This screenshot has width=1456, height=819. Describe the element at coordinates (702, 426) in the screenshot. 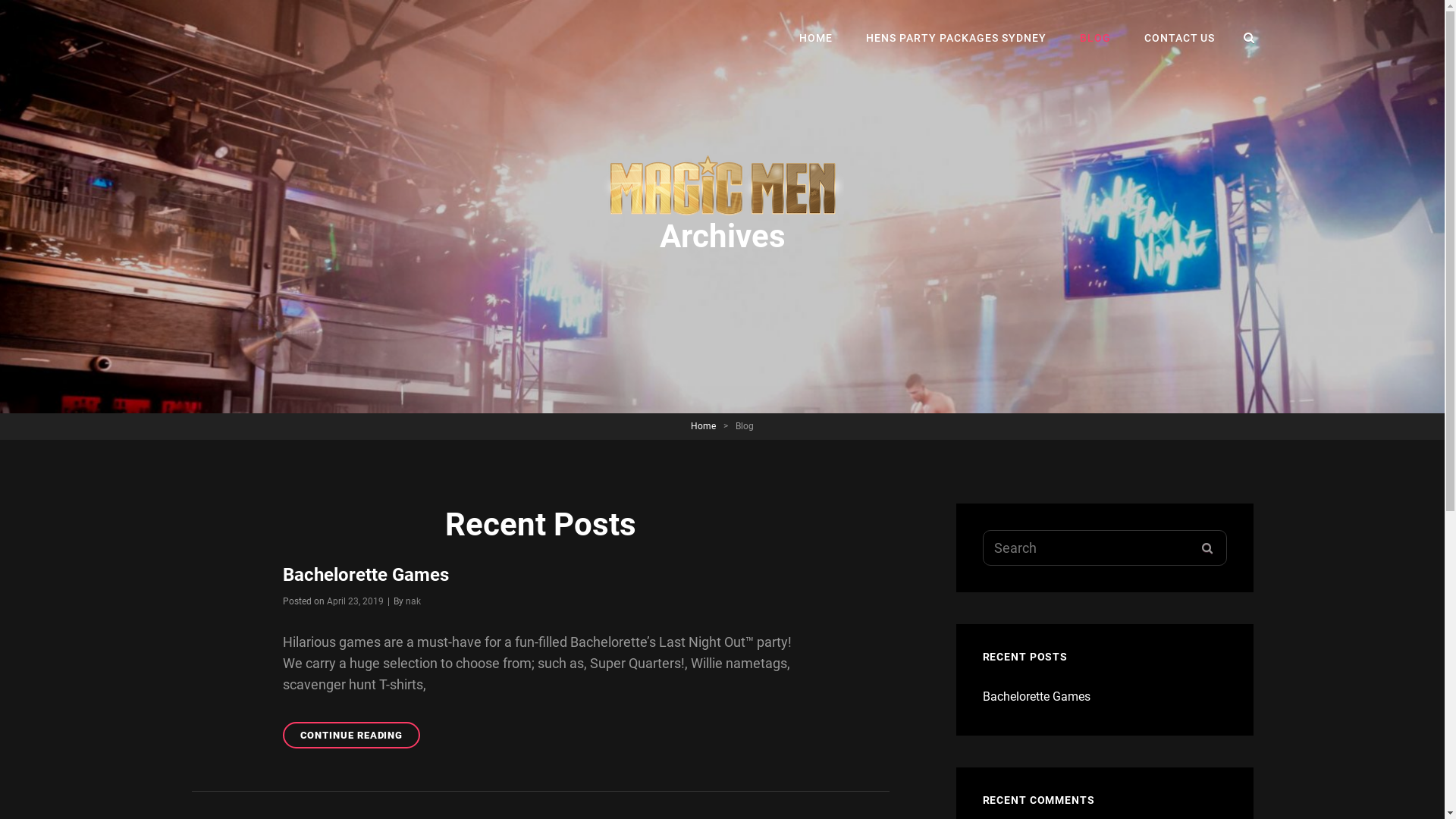

I see `'Home'` at that location.